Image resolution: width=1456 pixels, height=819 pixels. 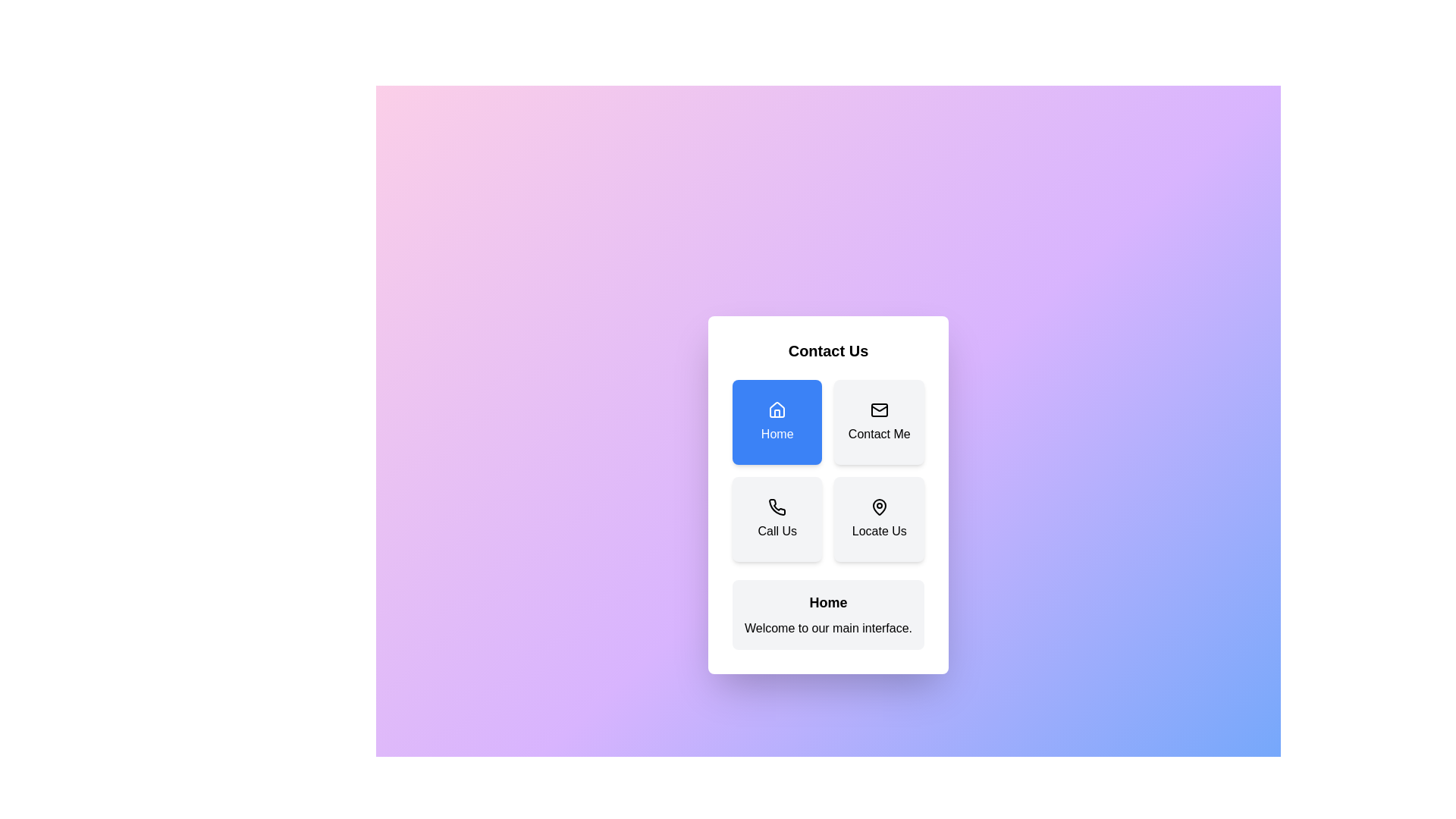 I want to click on the button corresponding to Call Us to display its details, so click(x=777, y=519).